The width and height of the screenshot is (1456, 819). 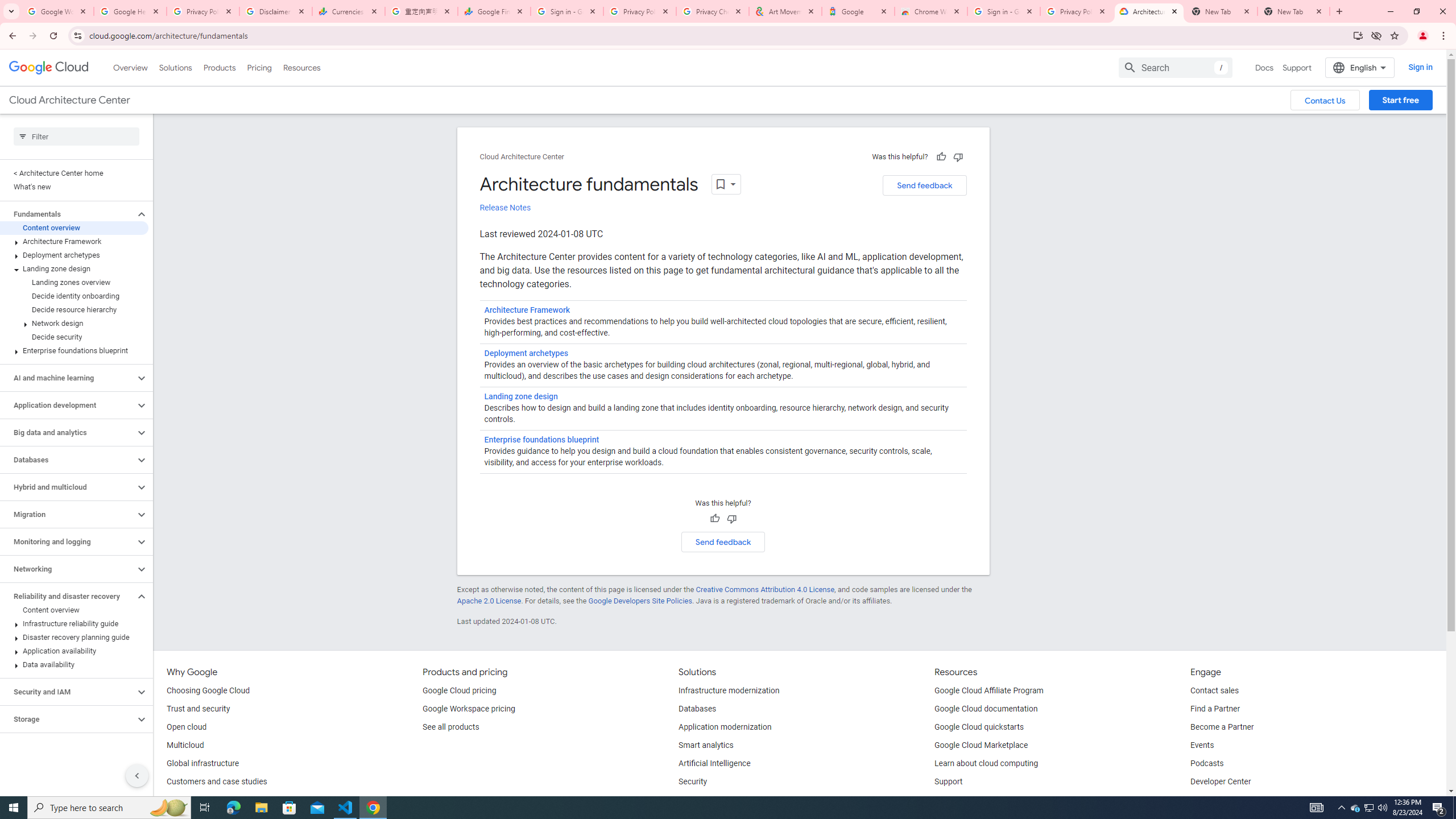 What do you see at coordinates (1358, 35) in the screenshot?
I see `'Install Google Cloud'` at bounding box center [1358, 35].